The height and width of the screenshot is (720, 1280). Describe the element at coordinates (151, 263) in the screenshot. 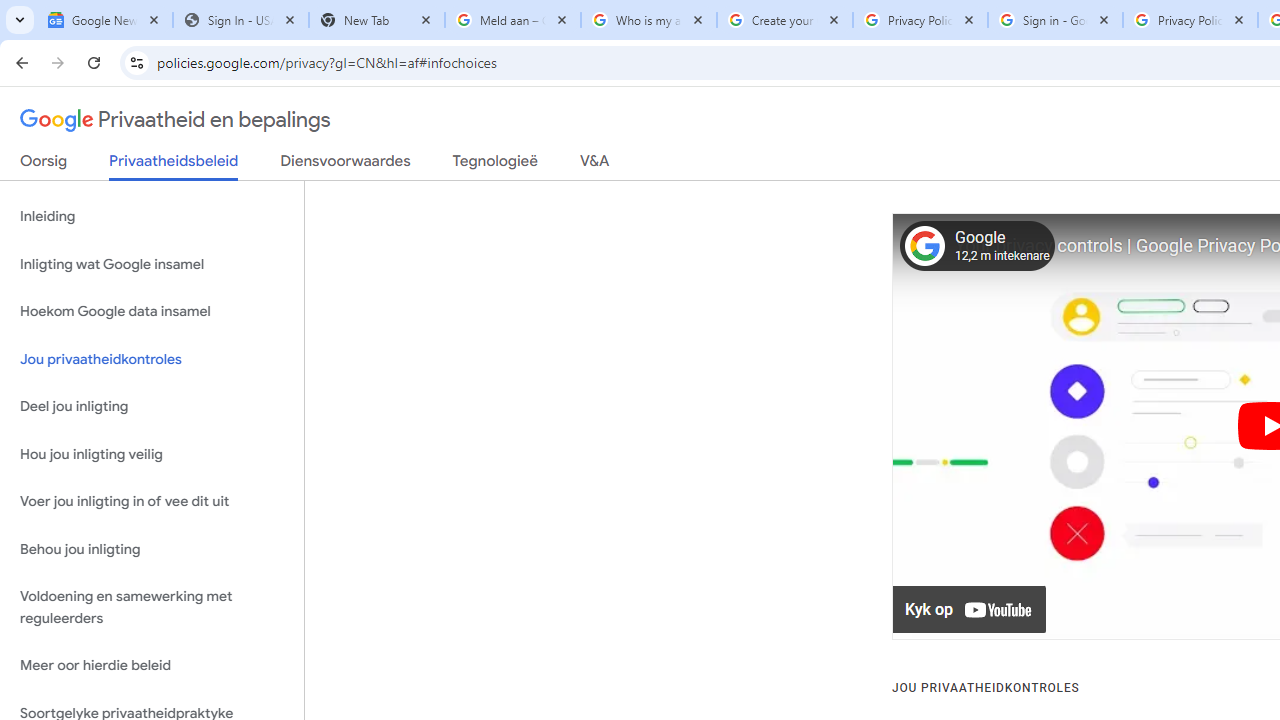

I see `'Inligting wat Google insamel'` at that location.